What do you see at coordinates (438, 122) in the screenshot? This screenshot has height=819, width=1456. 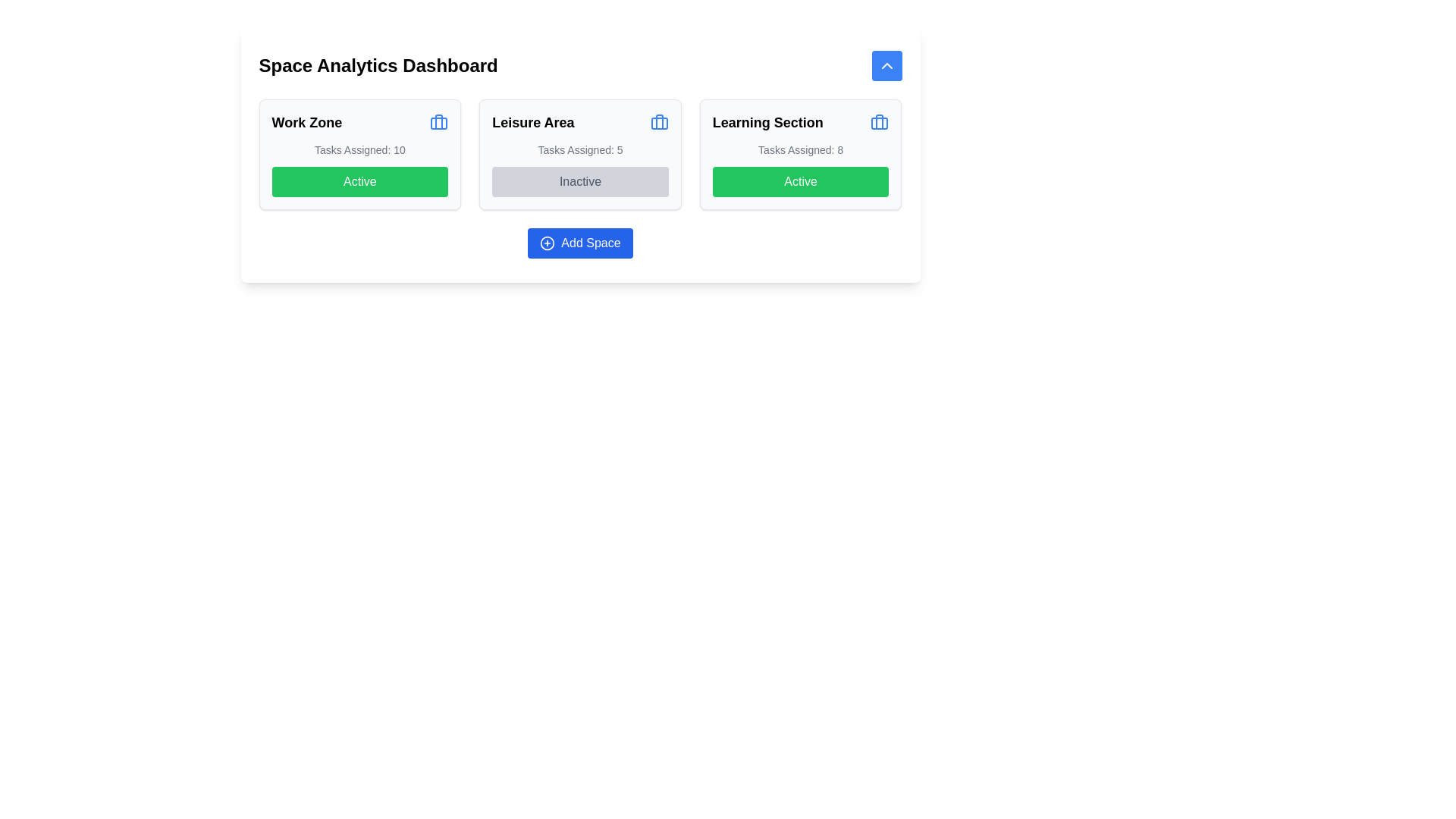 I see `the icon located in the top-right corner of the 'Work Zone' card, beside the title text 'Work Zone'` at bounding box center [438, 122].